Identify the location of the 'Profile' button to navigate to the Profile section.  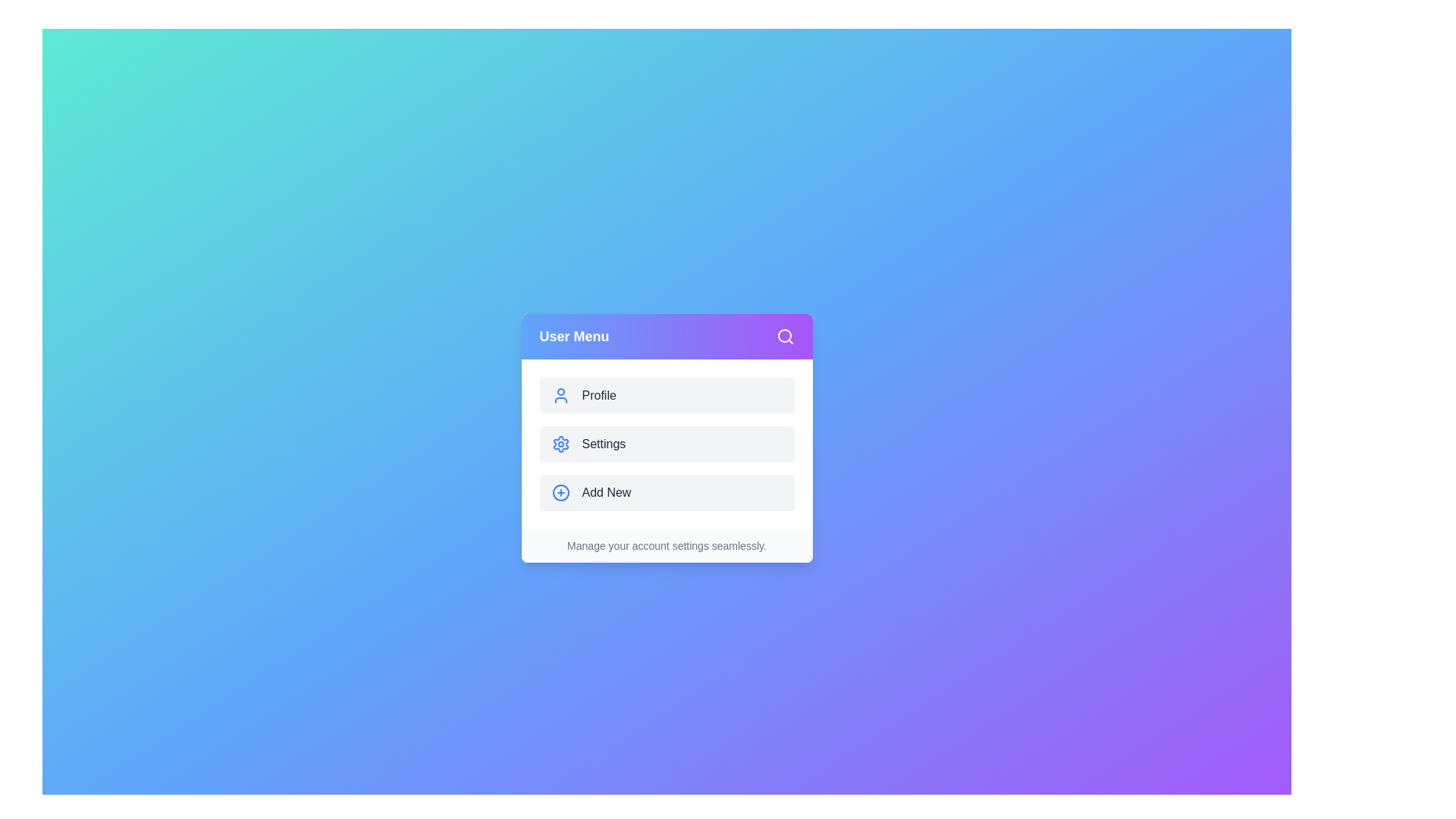
(667, 394).